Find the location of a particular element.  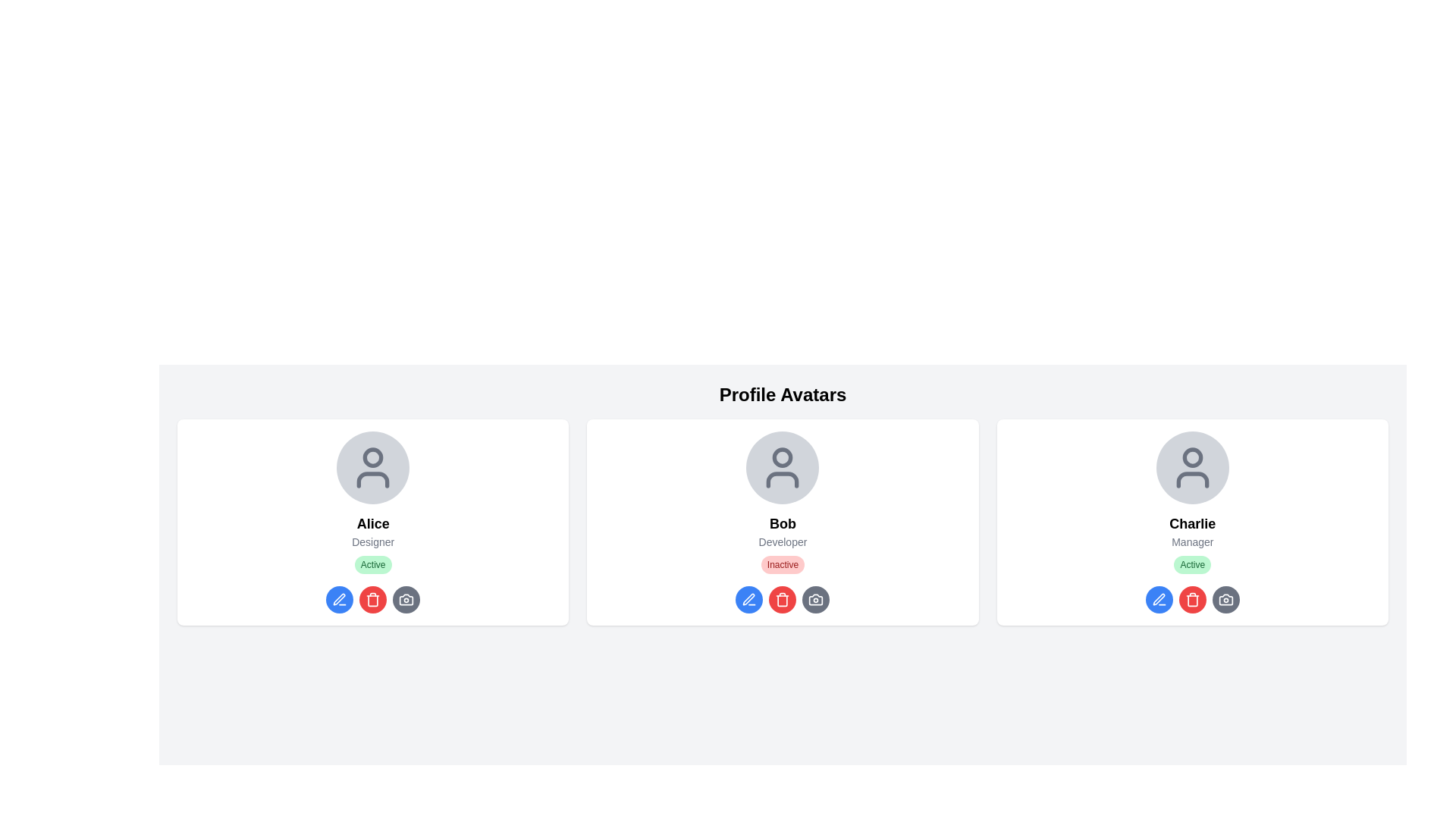

the static text label that describes the professional role or title of the individual represented by the card, located in the middle of the card beneath the 'Alice' label and above the 'Active' badge is located at coordinates (373, 541).